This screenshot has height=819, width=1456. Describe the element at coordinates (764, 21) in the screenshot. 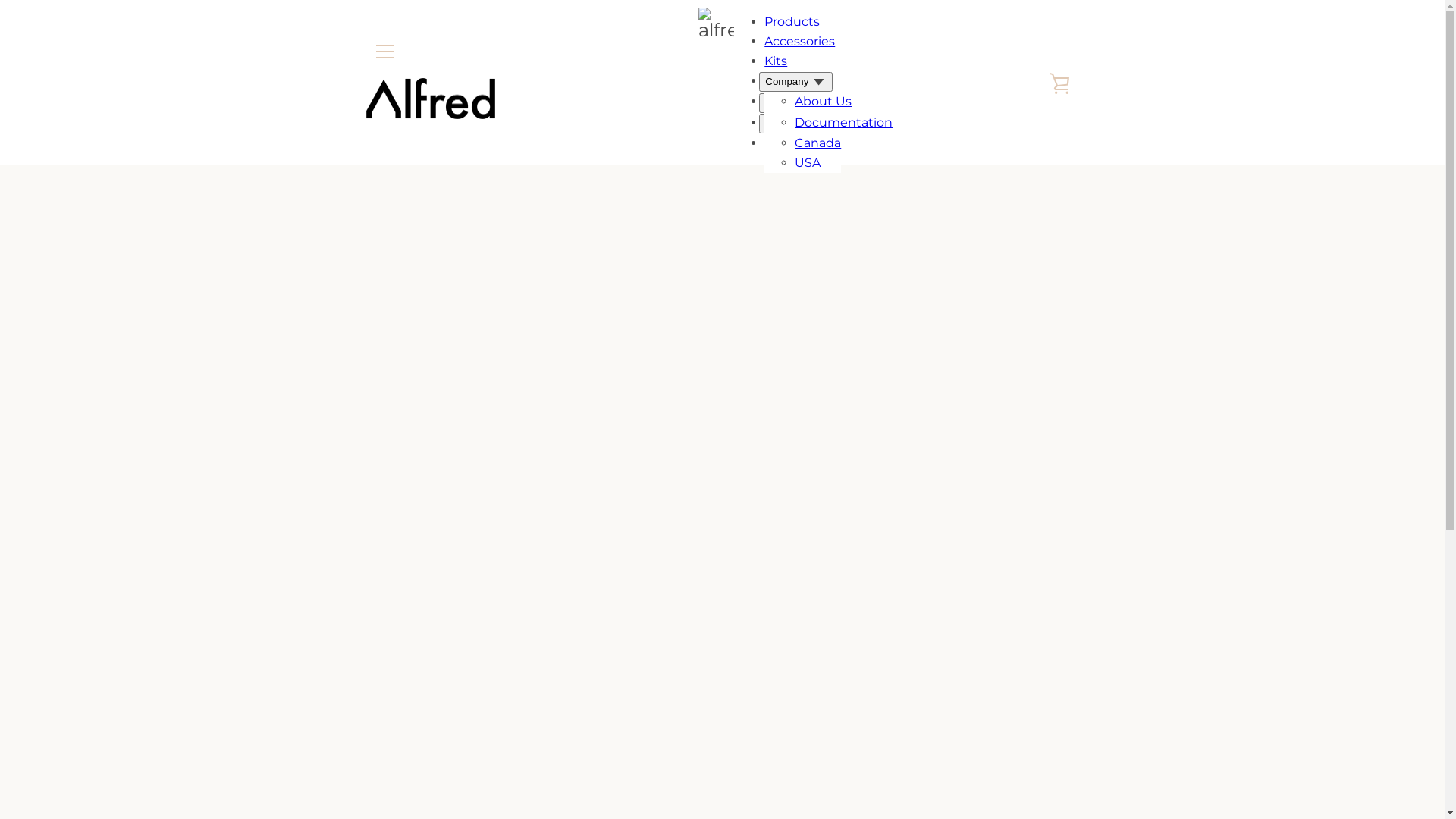

I see `'Products'` at that location.